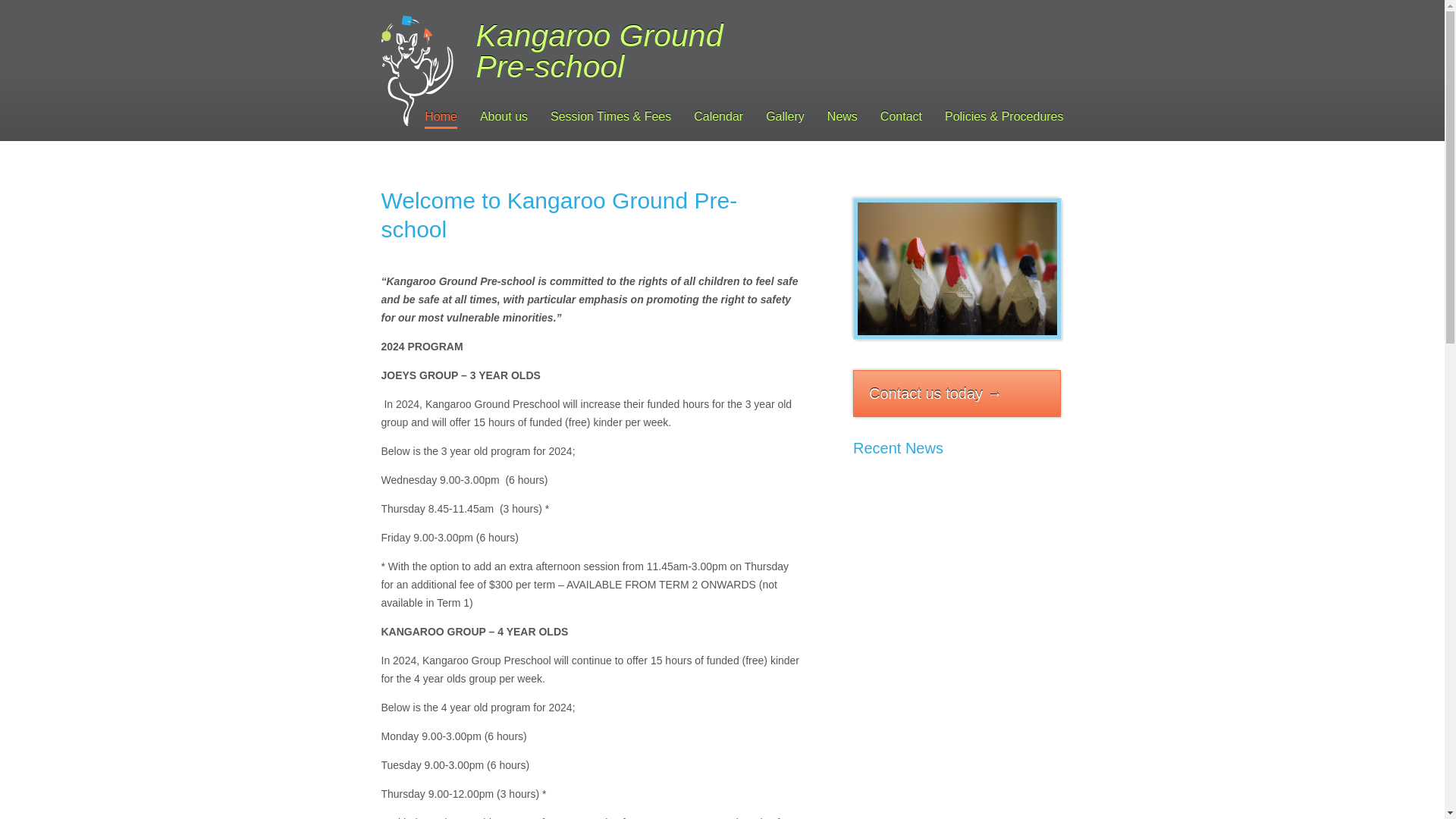 The image size is (1456, 819). What do you see at coordinates (440, 117) in the screenshot?
I see `'Home'` at bounding box center [440, 117].